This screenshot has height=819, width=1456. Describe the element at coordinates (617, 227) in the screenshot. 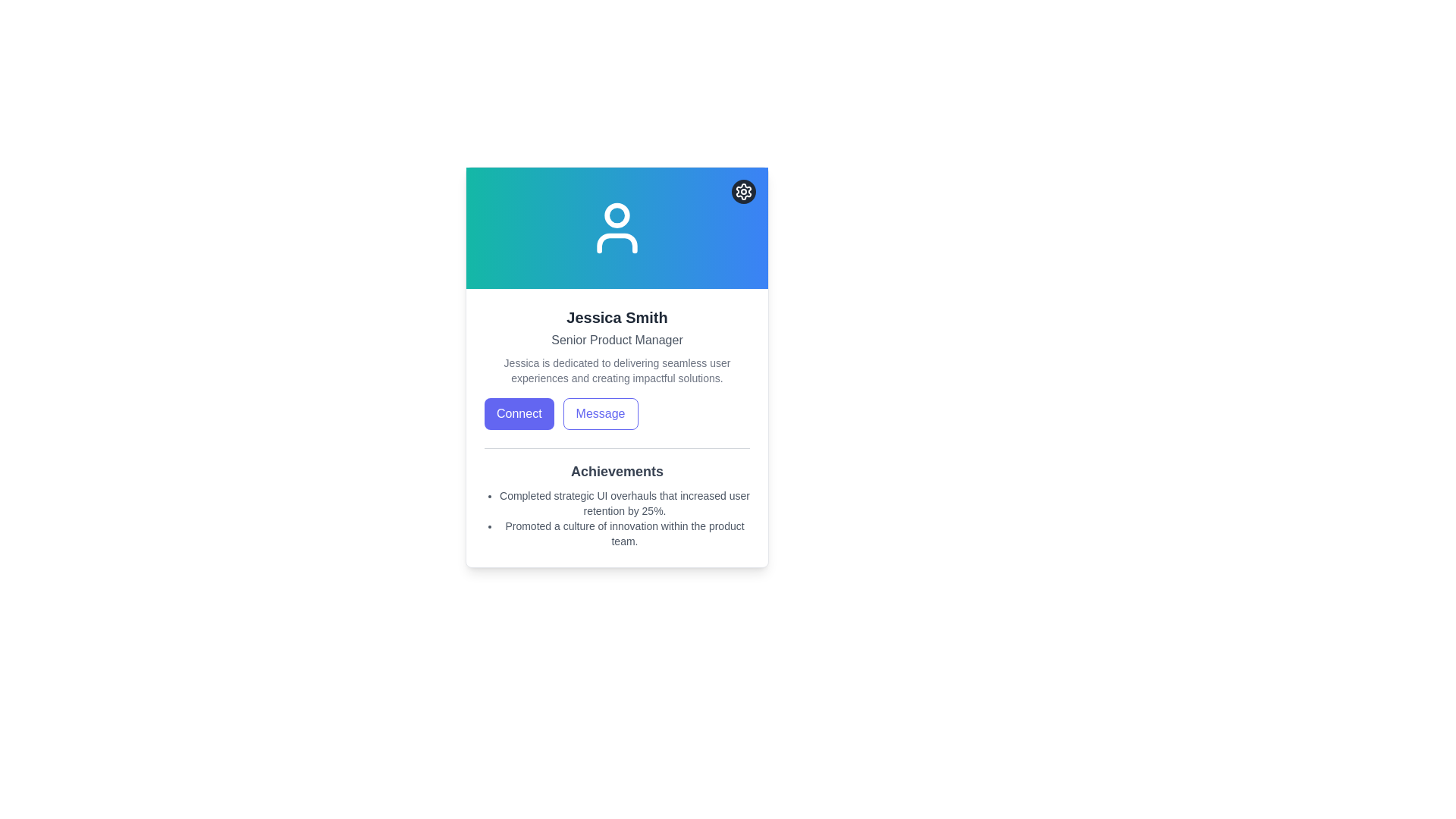

I see `the decorative user profile icon located in the central part of the gradient header section of the card layout, positioned below the gear icon and above the textual elements describing the person's profile` at that location.